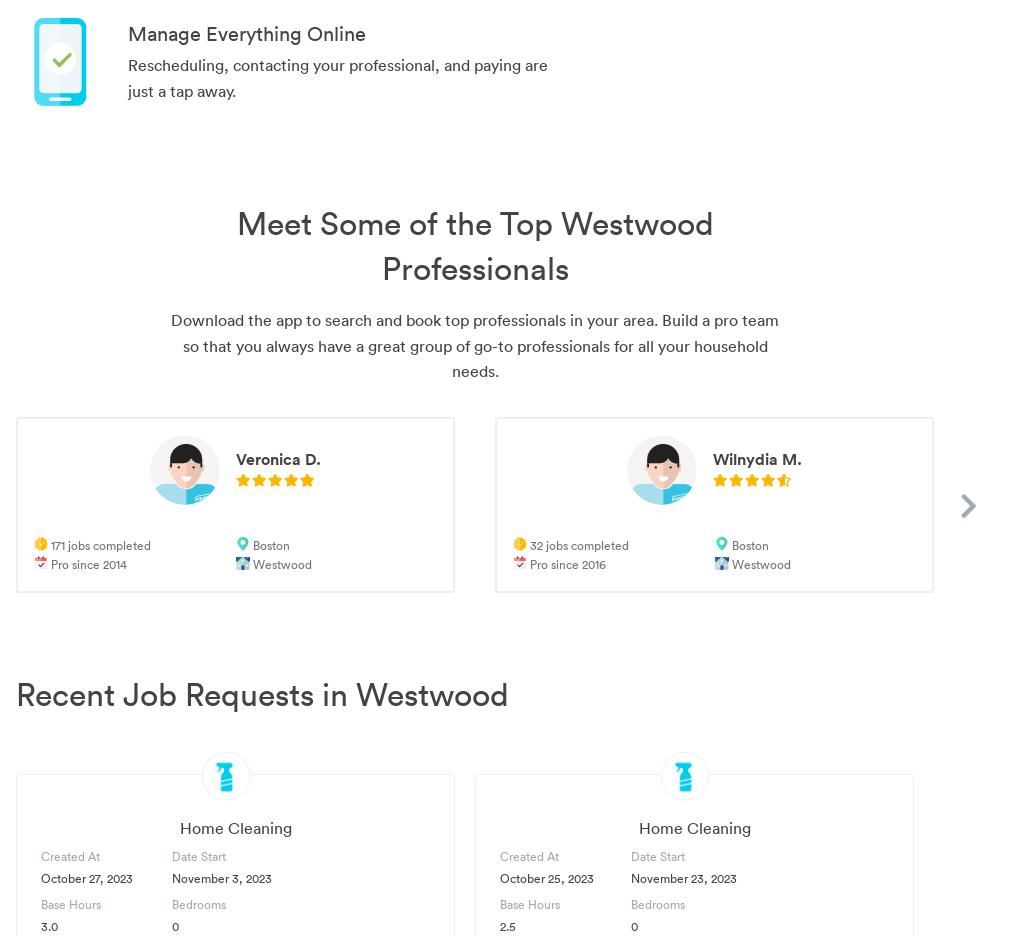 The width and height of the screenshot is (1024, 936). Describe the element at coordinates (87, 876) in the screenshot. I see `'October 27, 2023'` at that location.